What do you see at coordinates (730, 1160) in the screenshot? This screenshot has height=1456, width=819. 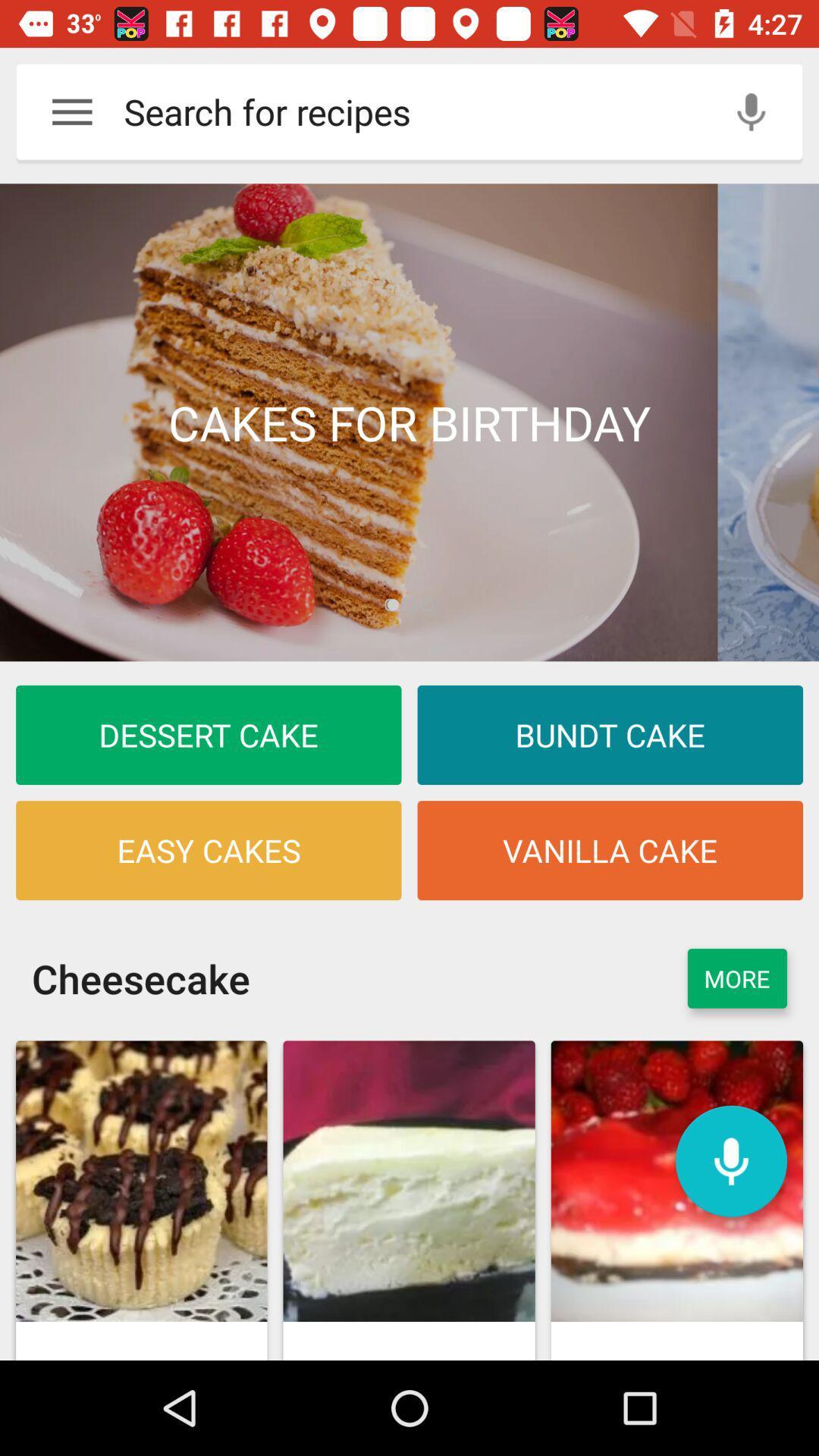 I see `the microphone icon` at bounding box center [730, 1160].